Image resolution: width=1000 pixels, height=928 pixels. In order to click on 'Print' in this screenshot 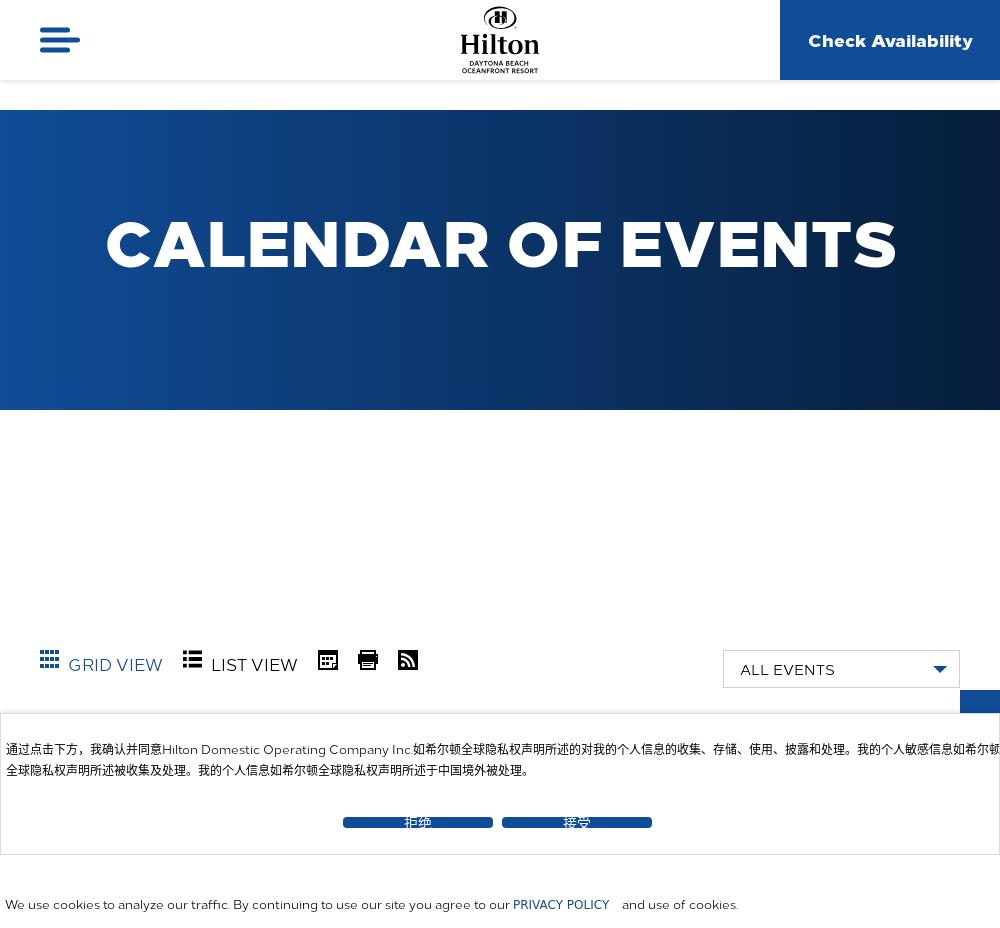, I will do `click(378, 684)`.